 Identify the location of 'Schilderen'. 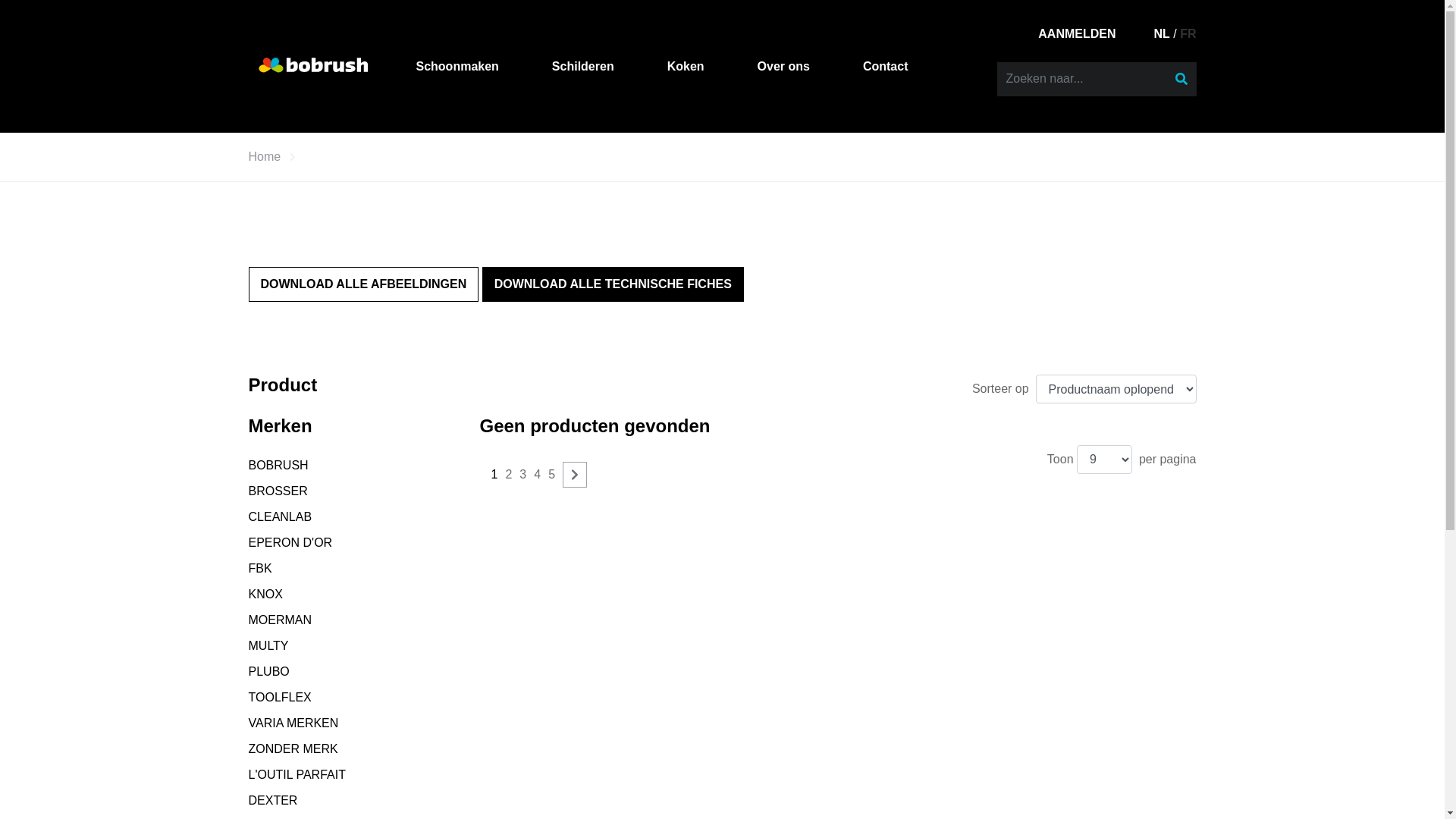
(582, 66).